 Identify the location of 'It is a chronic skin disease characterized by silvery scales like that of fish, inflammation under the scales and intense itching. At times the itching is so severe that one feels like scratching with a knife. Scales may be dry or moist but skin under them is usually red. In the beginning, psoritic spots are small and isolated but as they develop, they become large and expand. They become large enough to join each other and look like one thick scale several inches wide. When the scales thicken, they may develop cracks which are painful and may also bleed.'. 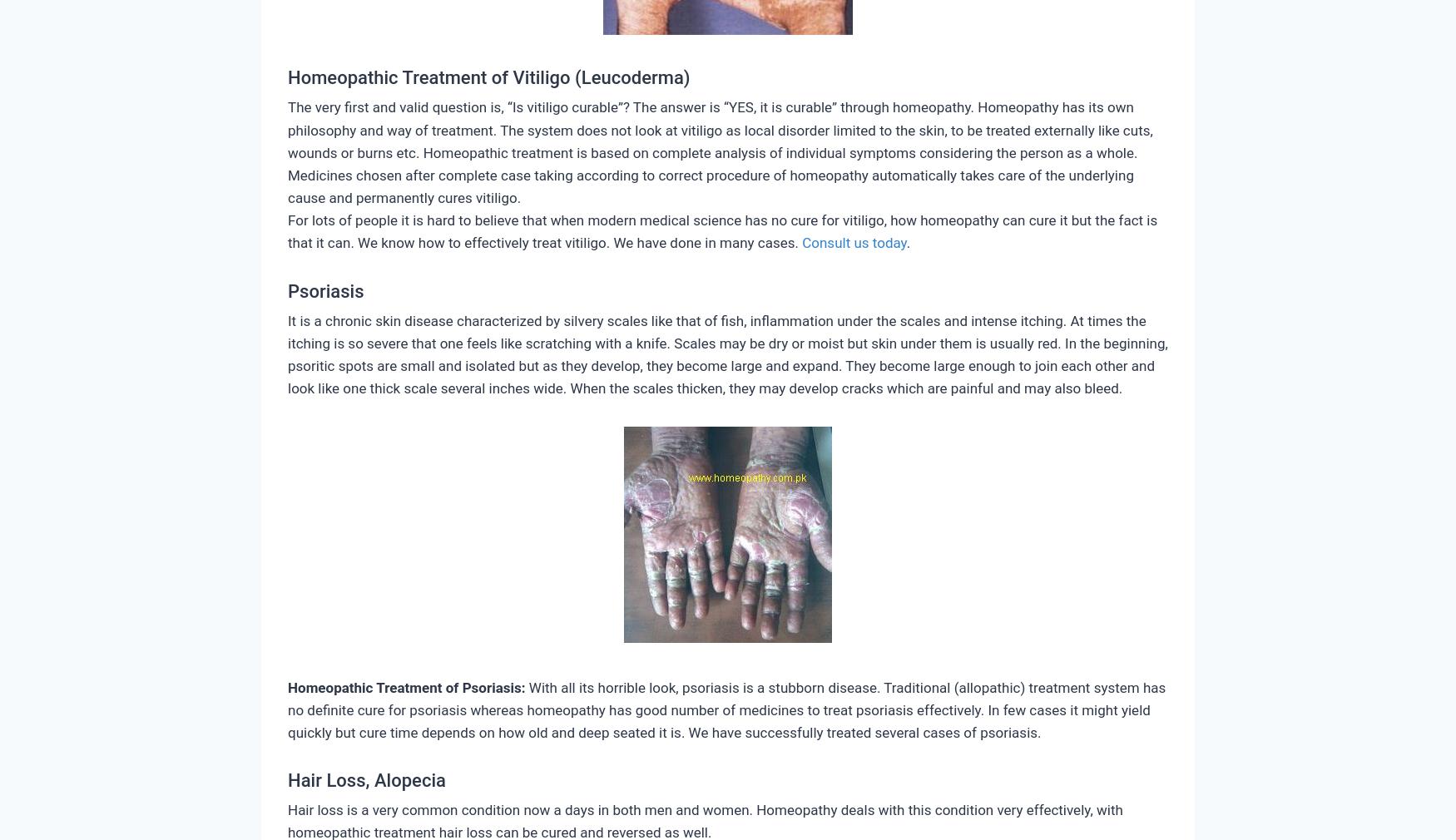
(287, 354).